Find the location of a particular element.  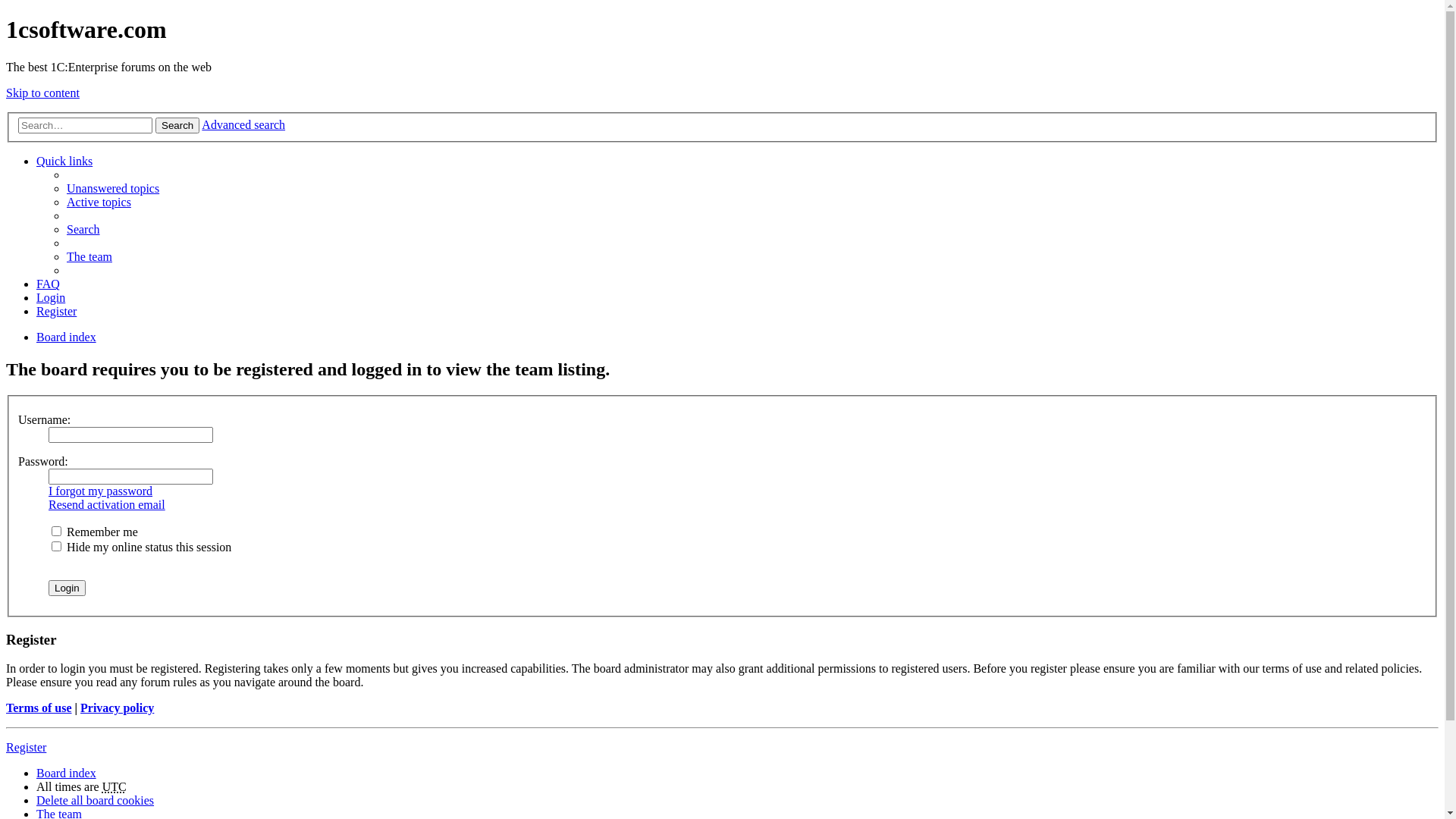

'Active topics' is located at coordinates (98, 201).